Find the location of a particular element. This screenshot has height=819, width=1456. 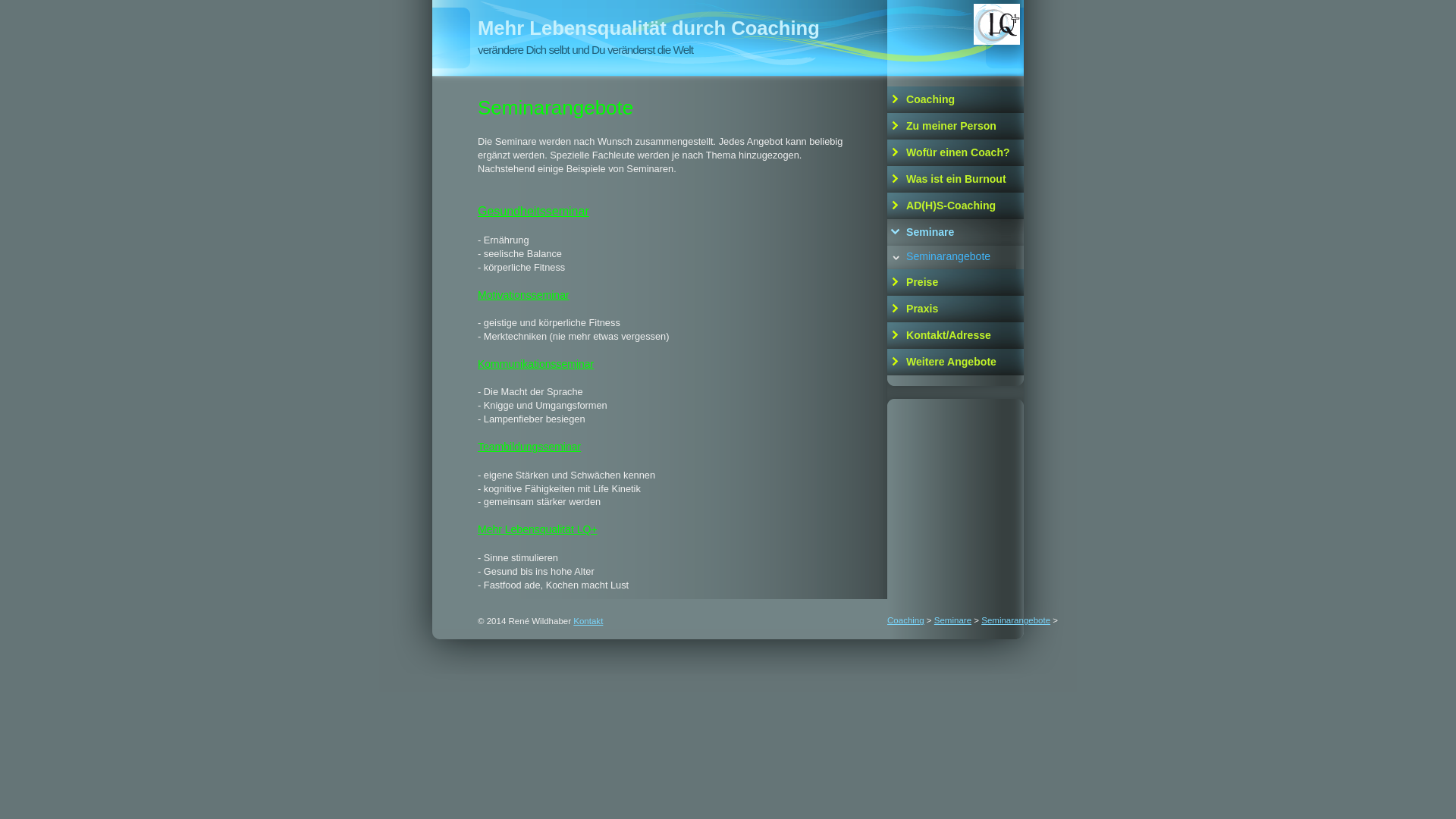

'Was ist ein Burnout' is located at coordinates (887, 178).